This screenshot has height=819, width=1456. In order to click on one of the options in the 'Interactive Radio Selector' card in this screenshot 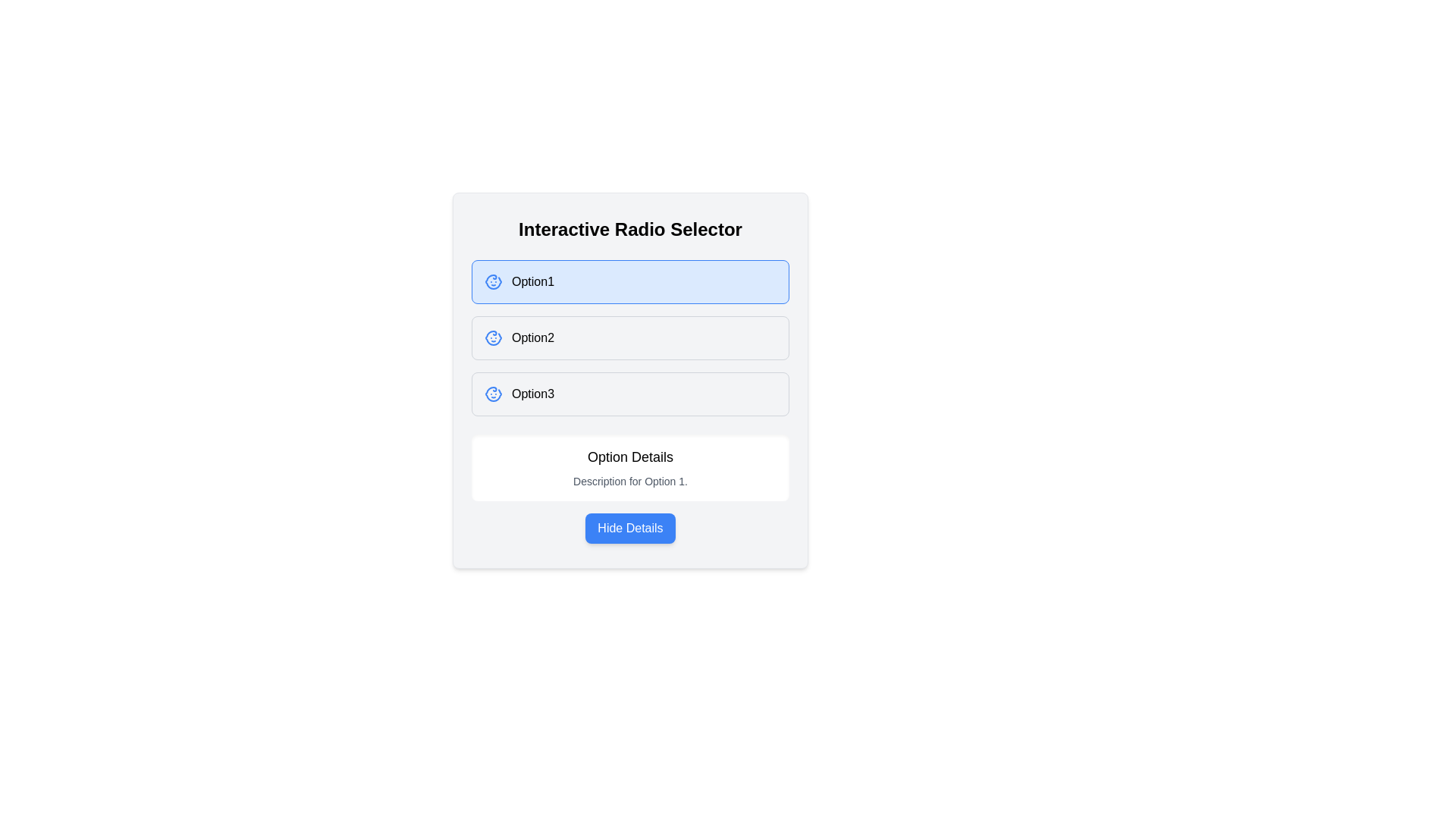, I will do `click(630, 379)`.